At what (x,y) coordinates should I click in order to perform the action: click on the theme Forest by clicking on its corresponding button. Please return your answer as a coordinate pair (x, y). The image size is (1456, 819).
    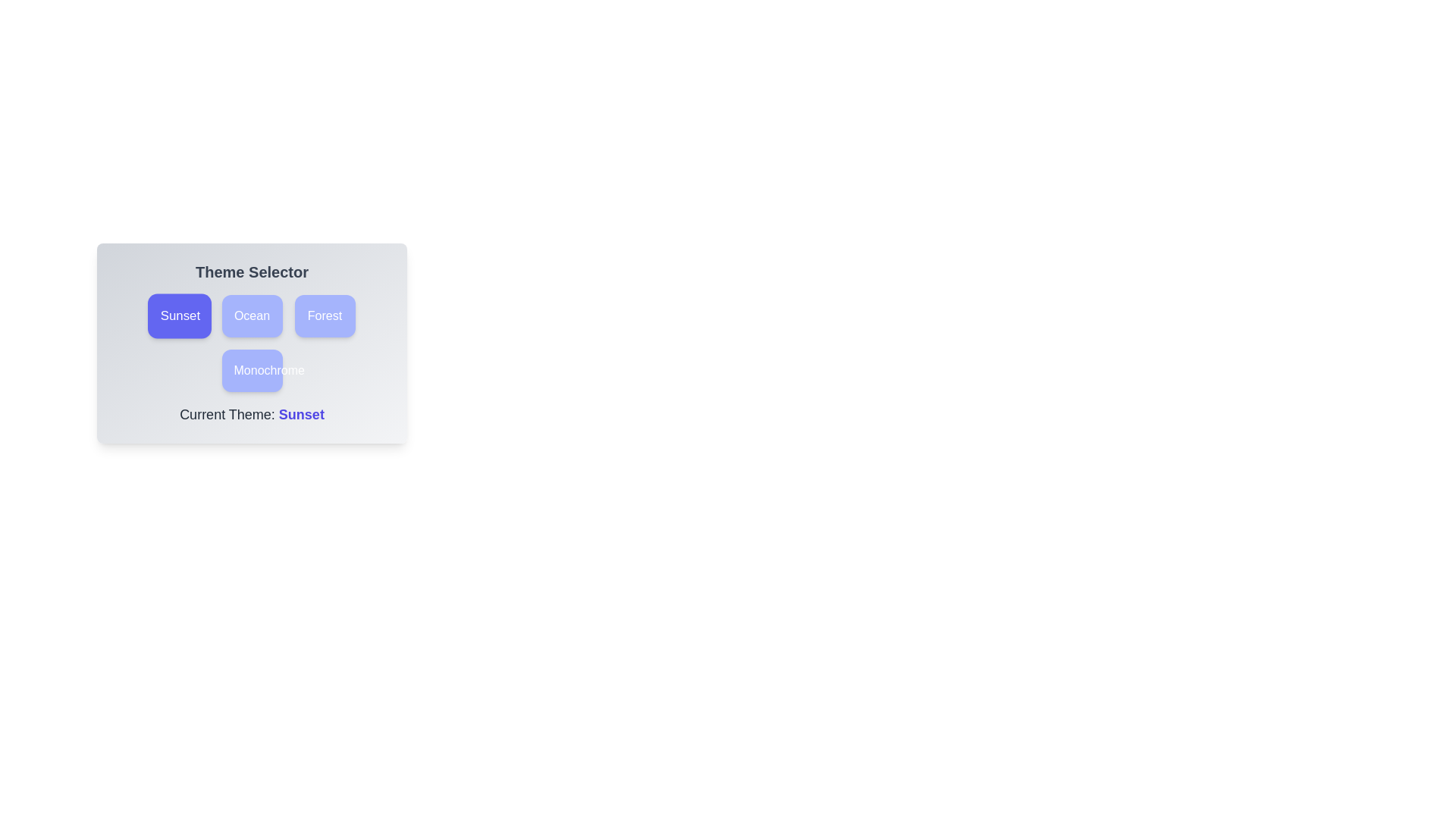
    Looking at the image, I should click on (324, 315).